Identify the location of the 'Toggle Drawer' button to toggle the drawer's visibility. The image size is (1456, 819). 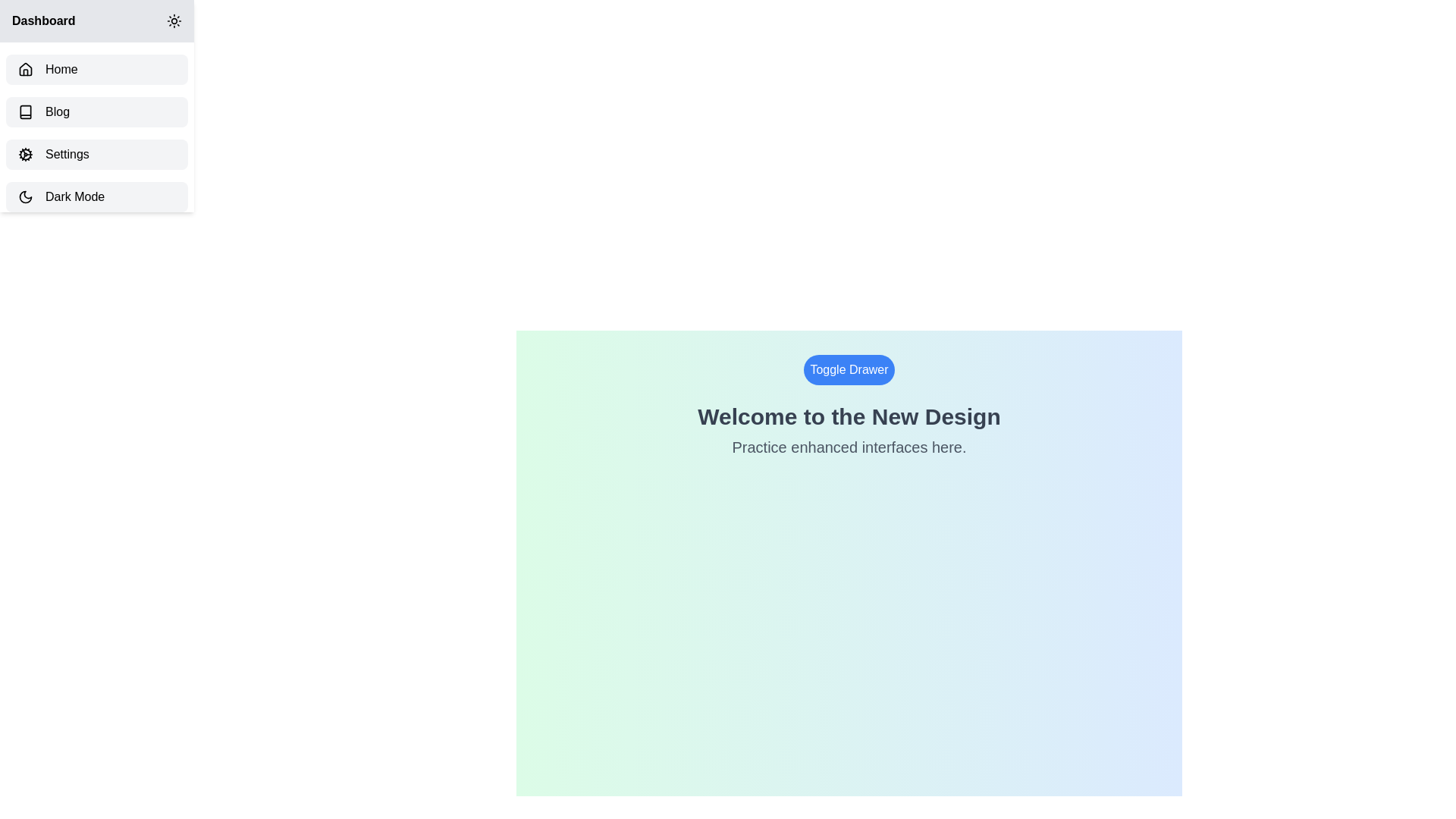
(848, 370).